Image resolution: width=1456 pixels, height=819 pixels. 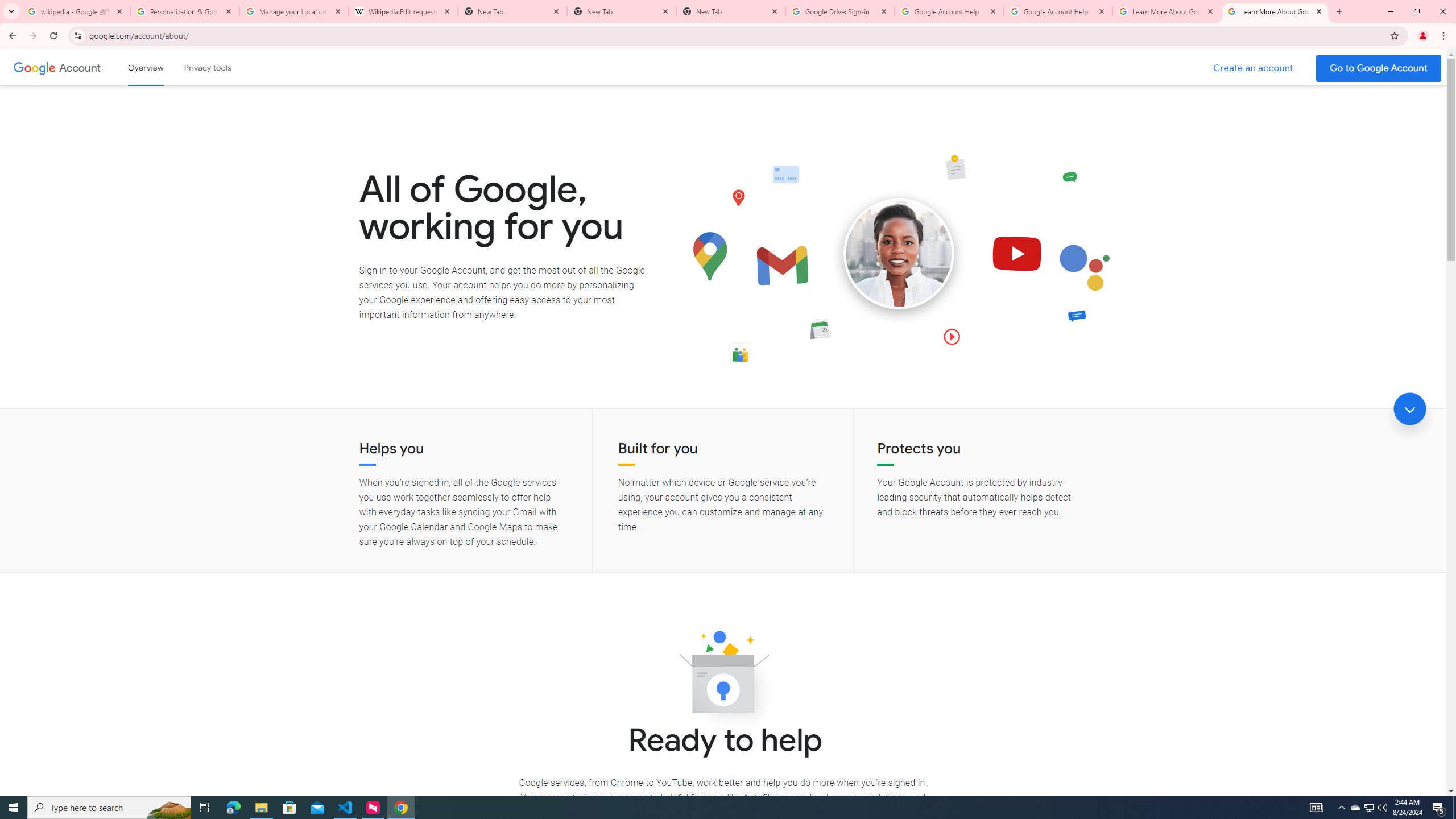 I want to click on 'Ready to help', so click(x=723, y=675).